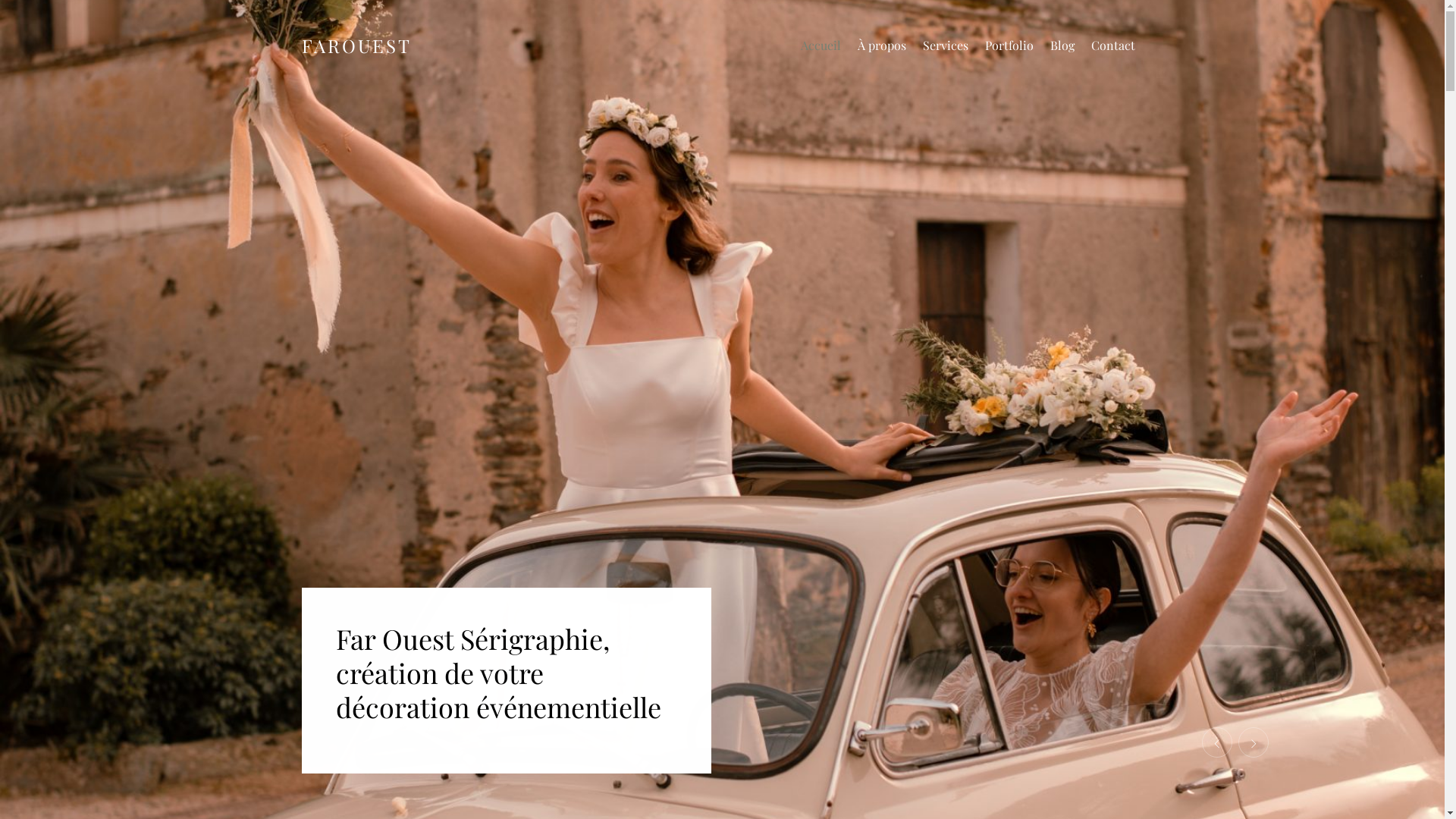  What do you see at coordinates (820, 45) in the screenshot?
I see `'Accueil'` at bounding box center [820, 45].